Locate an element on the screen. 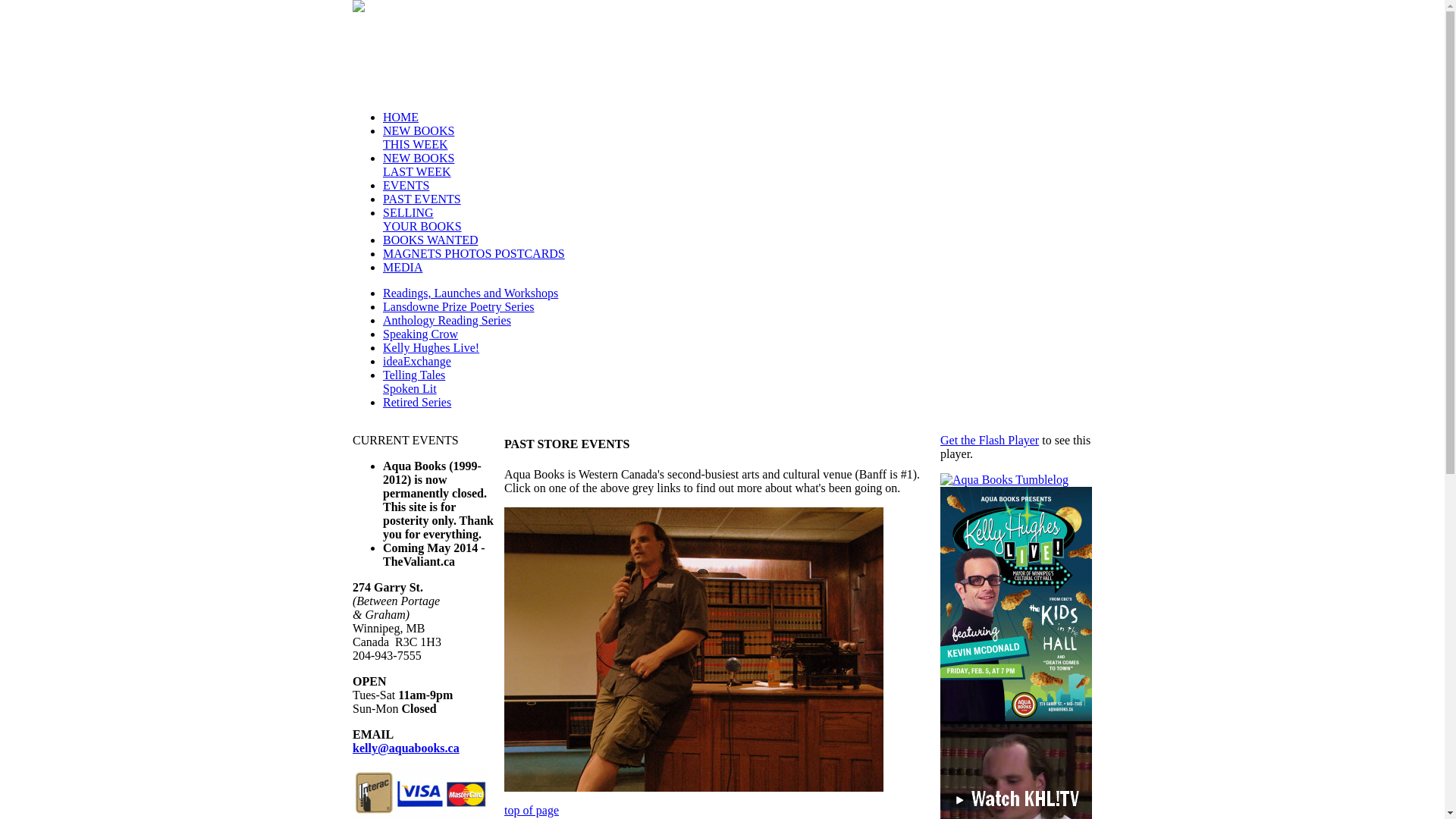 Image resolution: width=1456 pixels, height=819 pixels. 'HOME' is located at coordinates (400, 116).